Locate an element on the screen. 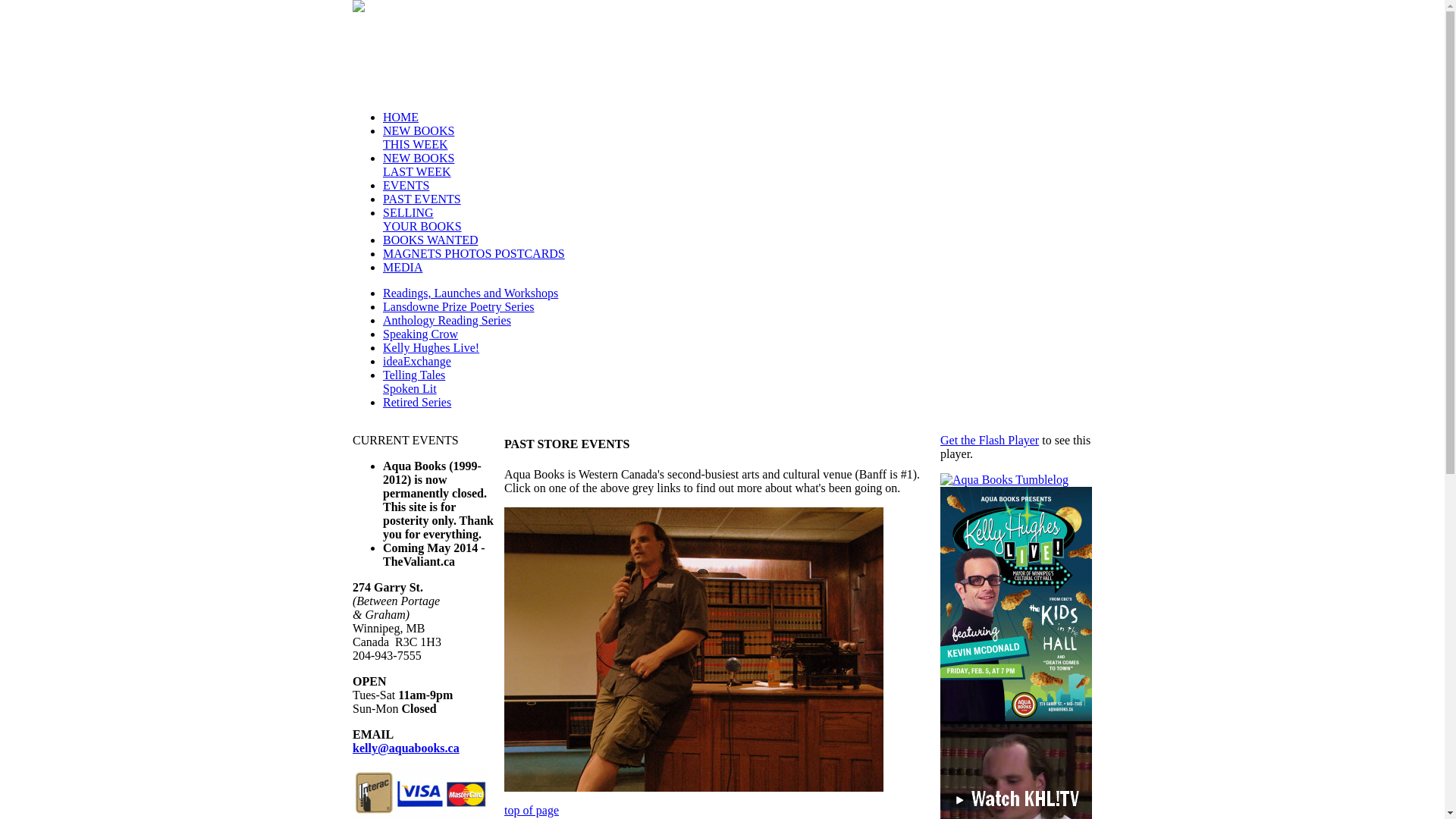 Image resolution: width=1456 pixels, height=819 pixels. 'HOME' is located at coordinates (400, 116).